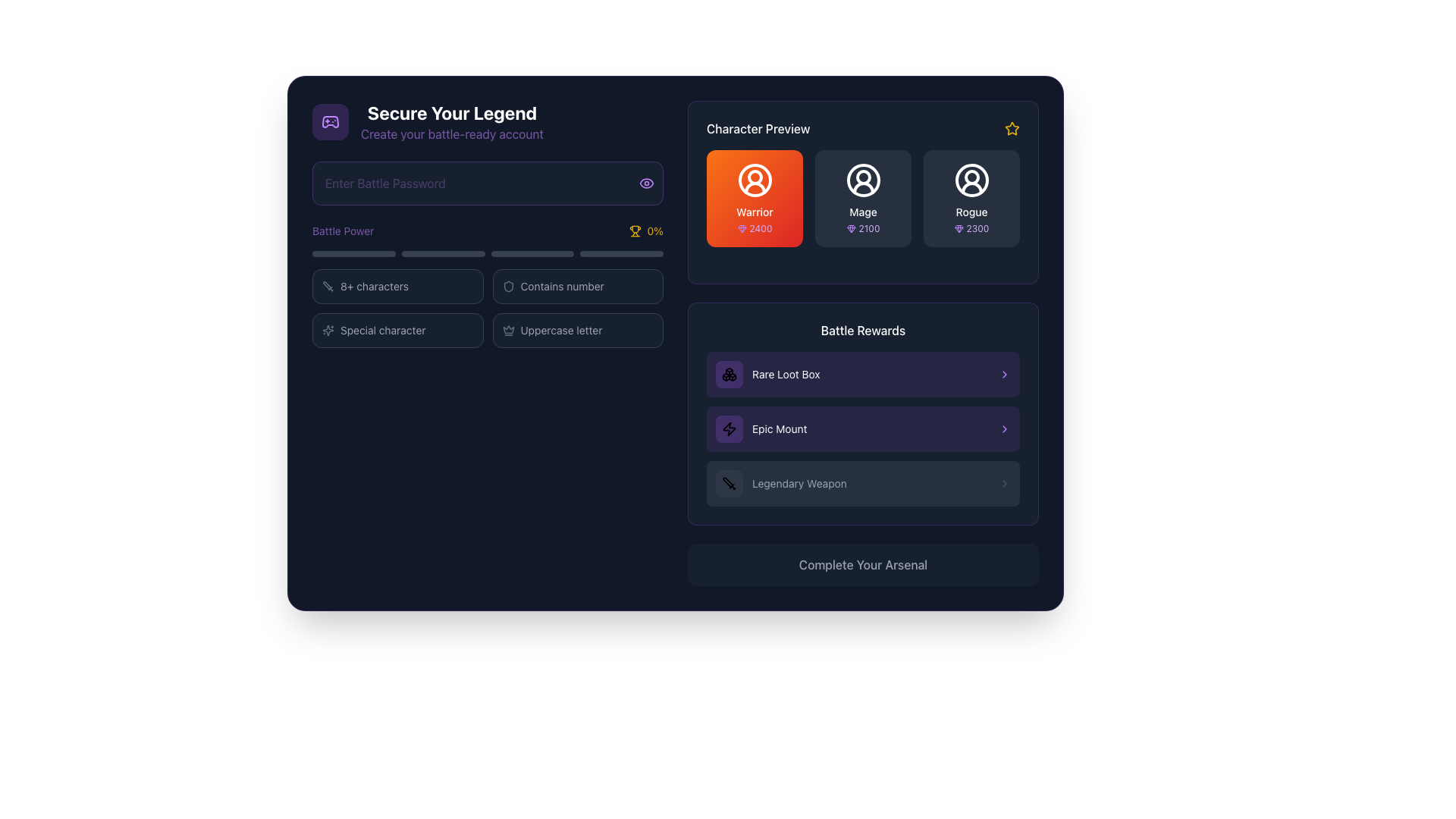  What do you see at coordinates (729, 429) in the screenshot?
I see `the static icon or button located at the top-right corner of the 'Character Preview' section to interact with its functionality` at bounding box center [729, 429].